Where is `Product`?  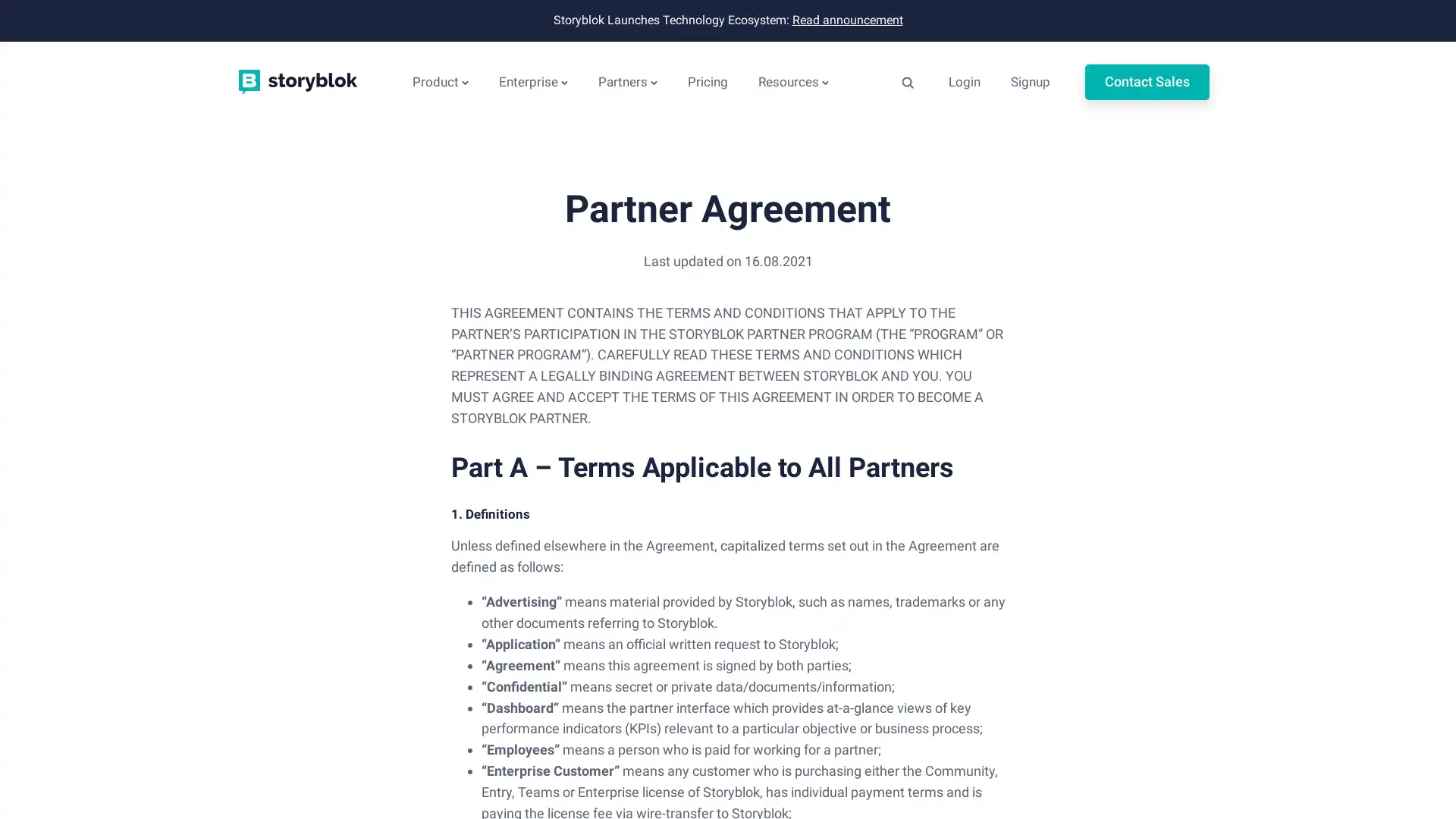 Product is located at coordinates (439, 82).